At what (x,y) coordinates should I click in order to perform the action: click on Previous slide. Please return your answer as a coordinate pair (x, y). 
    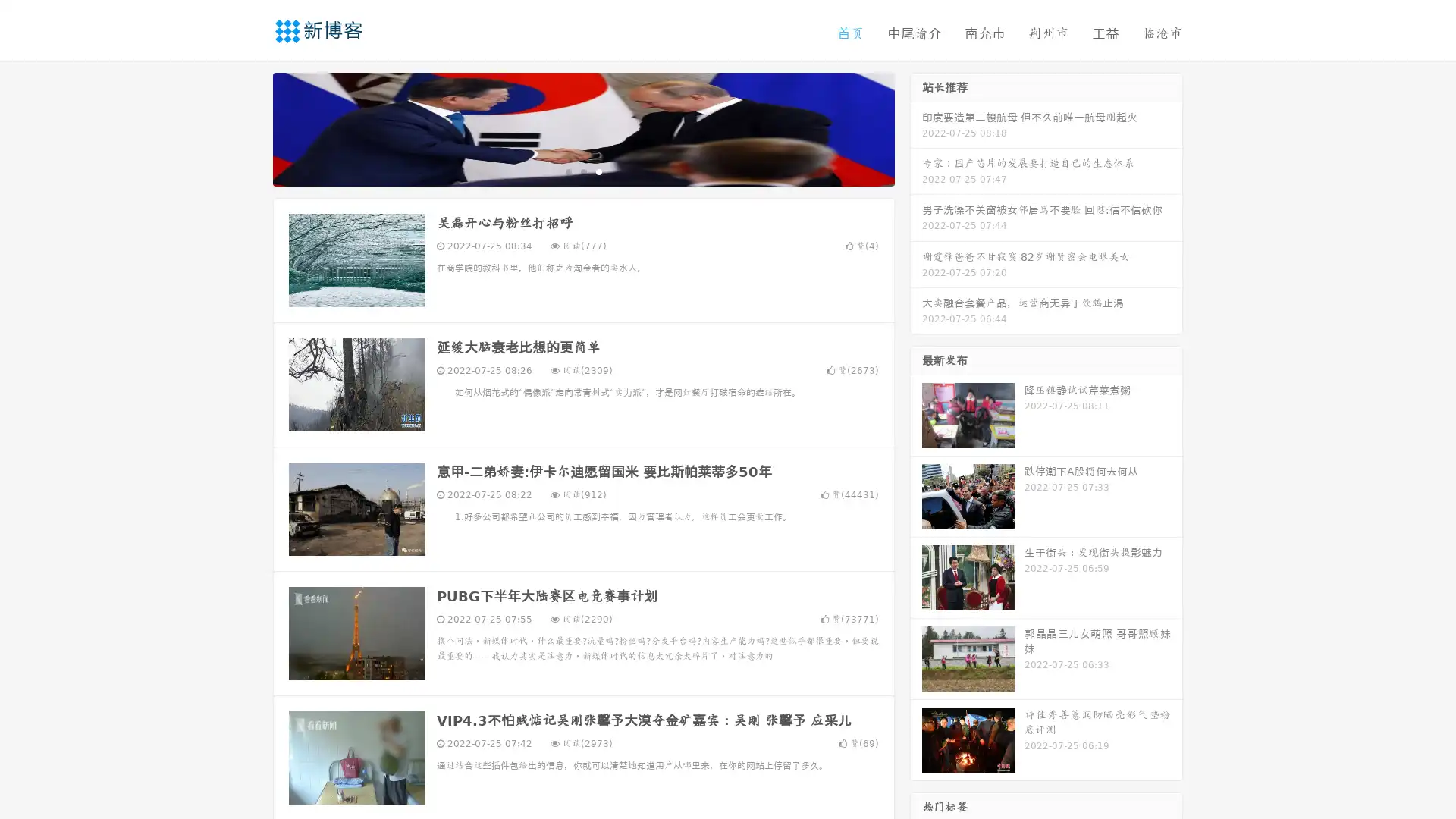
    Looking at the image, I should click on (250, 127).